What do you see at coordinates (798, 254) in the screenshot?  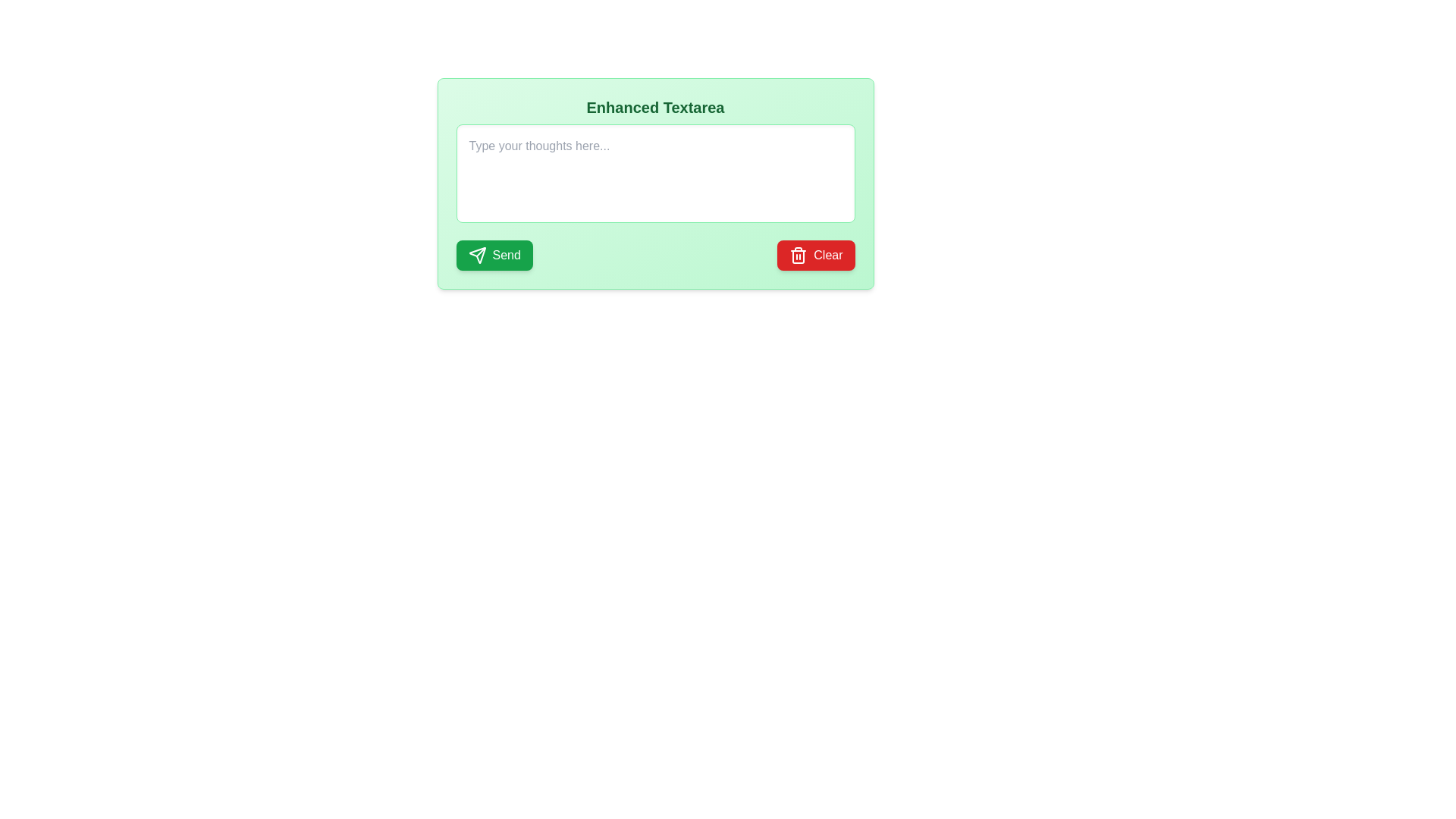 I see `the appearance of the red trash can icon located within the 'Clear' button in the bottom-right corner of the interface` at bounding box center [798, 254].